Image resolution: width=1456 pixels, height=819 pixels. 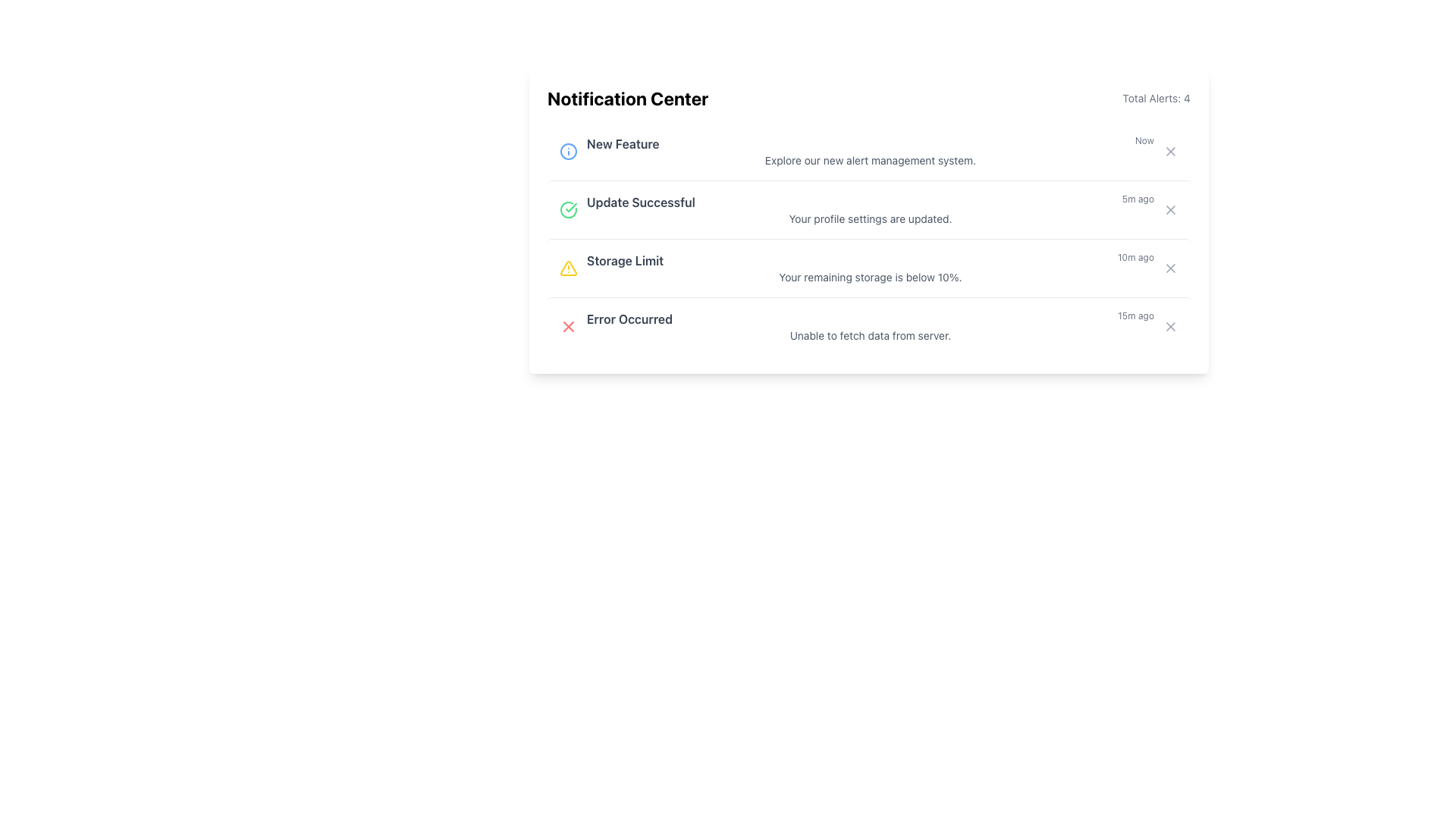 What do you see at coordinates (567, 268) in the screenshot?
I see `the warning icon located immediately to the left of the 'Storage Limit' text in the third notification item of the Notification Center` at bounding box center [567, 268].